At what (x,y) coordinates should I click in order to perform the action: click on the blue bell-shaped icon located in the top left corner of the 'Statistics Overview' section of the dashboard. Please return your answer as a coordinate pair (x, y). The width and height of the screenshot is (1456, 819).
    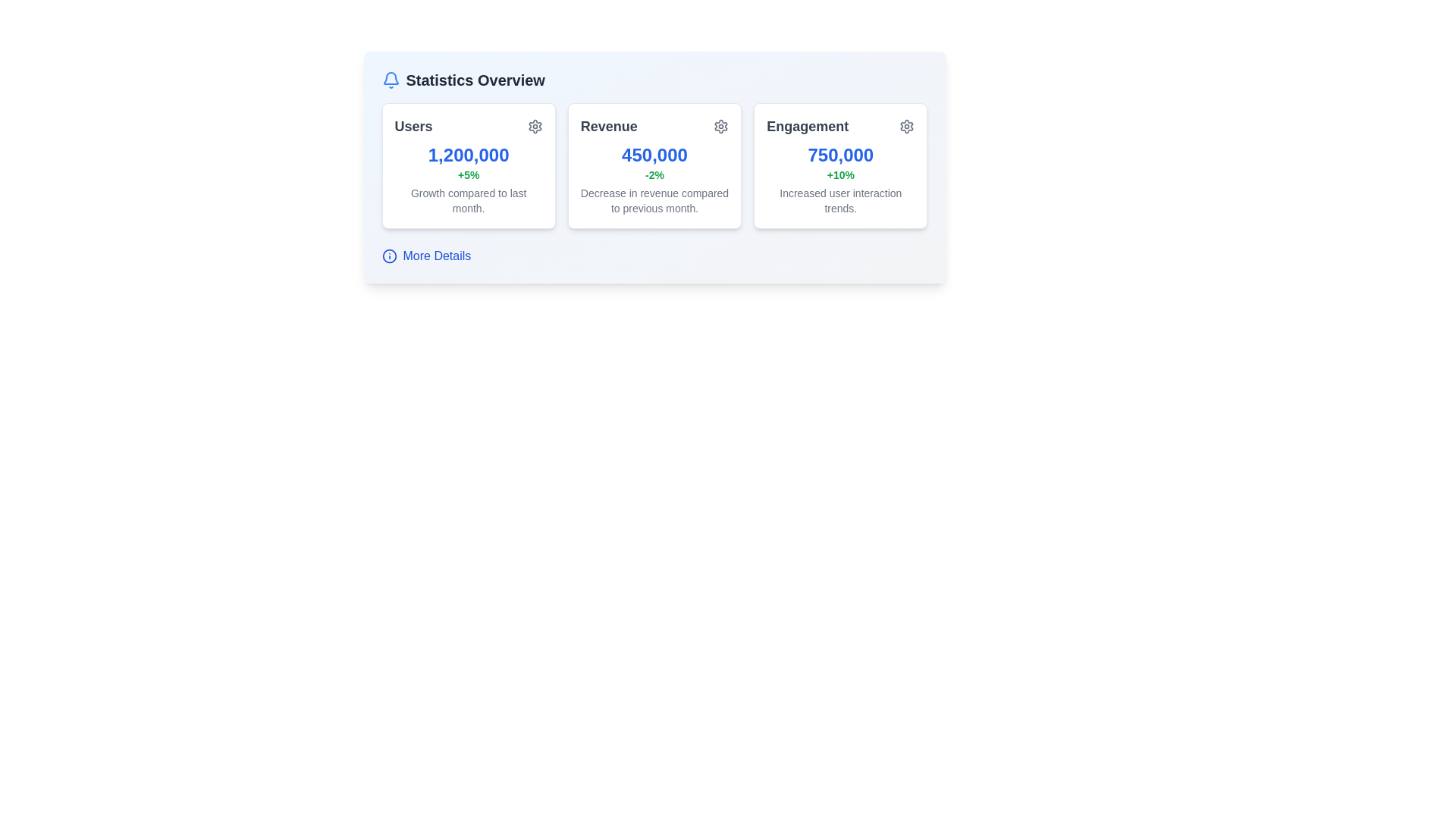
    Looking at the image, I should click on (391, 78).